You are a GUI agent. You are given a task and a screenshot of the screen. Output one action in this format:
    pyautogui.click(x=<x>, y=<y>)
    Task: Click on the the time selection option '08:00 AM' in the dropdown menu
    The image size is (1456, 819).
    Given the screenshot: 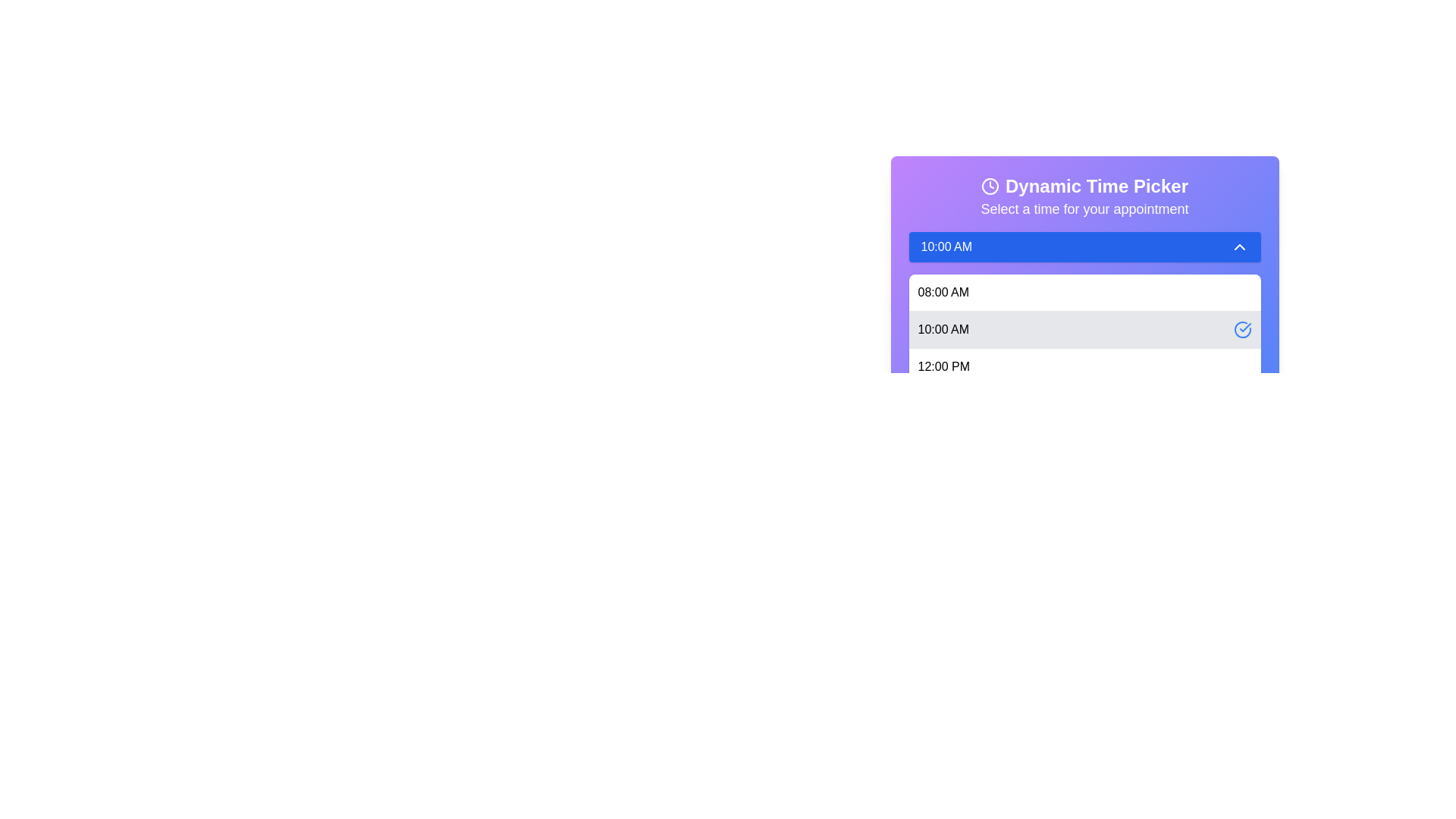 What is the action you would take?
    pyautogui.click(x=1084, y=292)
    